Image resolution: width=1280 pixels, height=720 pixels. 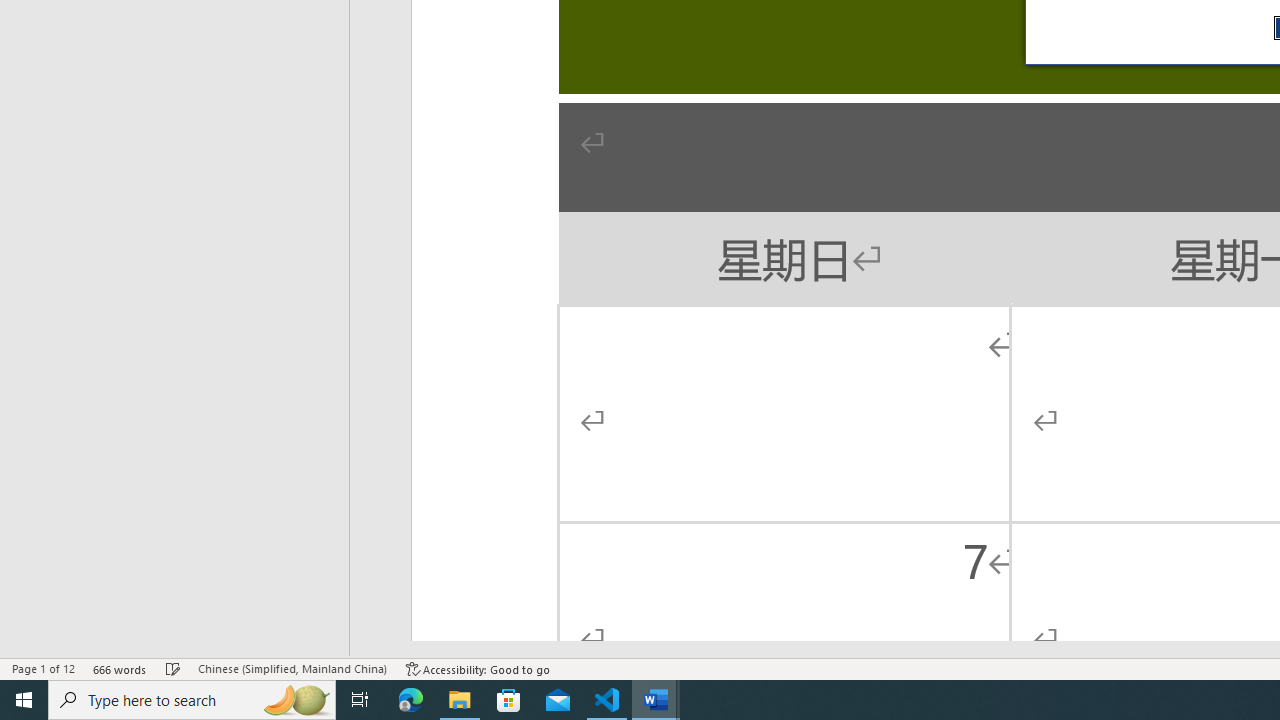 What do you see at coordinates (291, 669) in the screenshot?
I see `'Language Chinese (Simplified, Mainland China)'` at bounding box center [291, 669].